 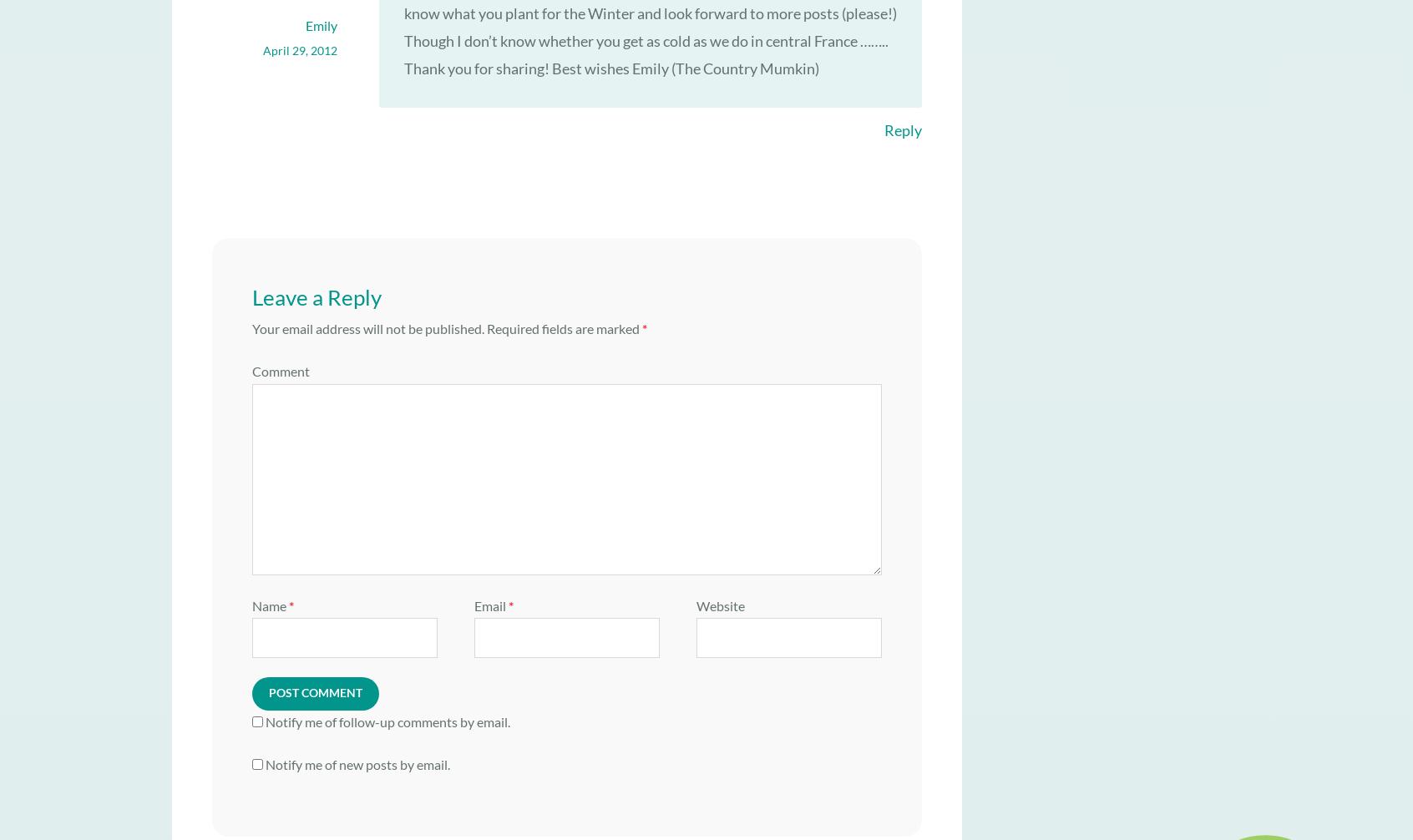 I want to click on 'Required fields are marked', so click(x=563, y=327).